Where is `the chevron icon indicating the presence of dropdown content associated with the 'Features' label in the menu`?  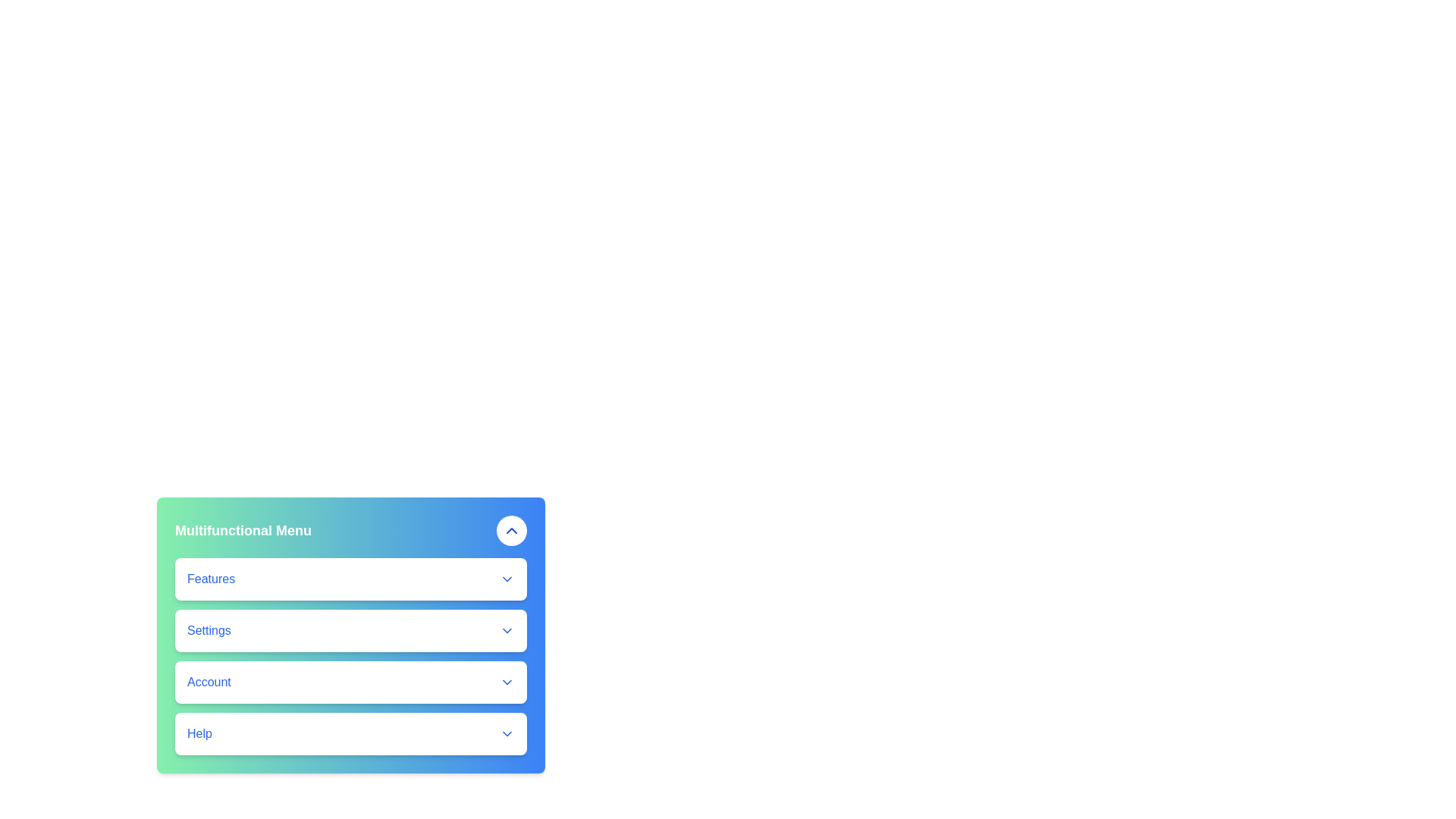
the chevron icon indicating the presence of dropdown content associated with the 'Features' label in the menu is located at coordinates (507, 579).